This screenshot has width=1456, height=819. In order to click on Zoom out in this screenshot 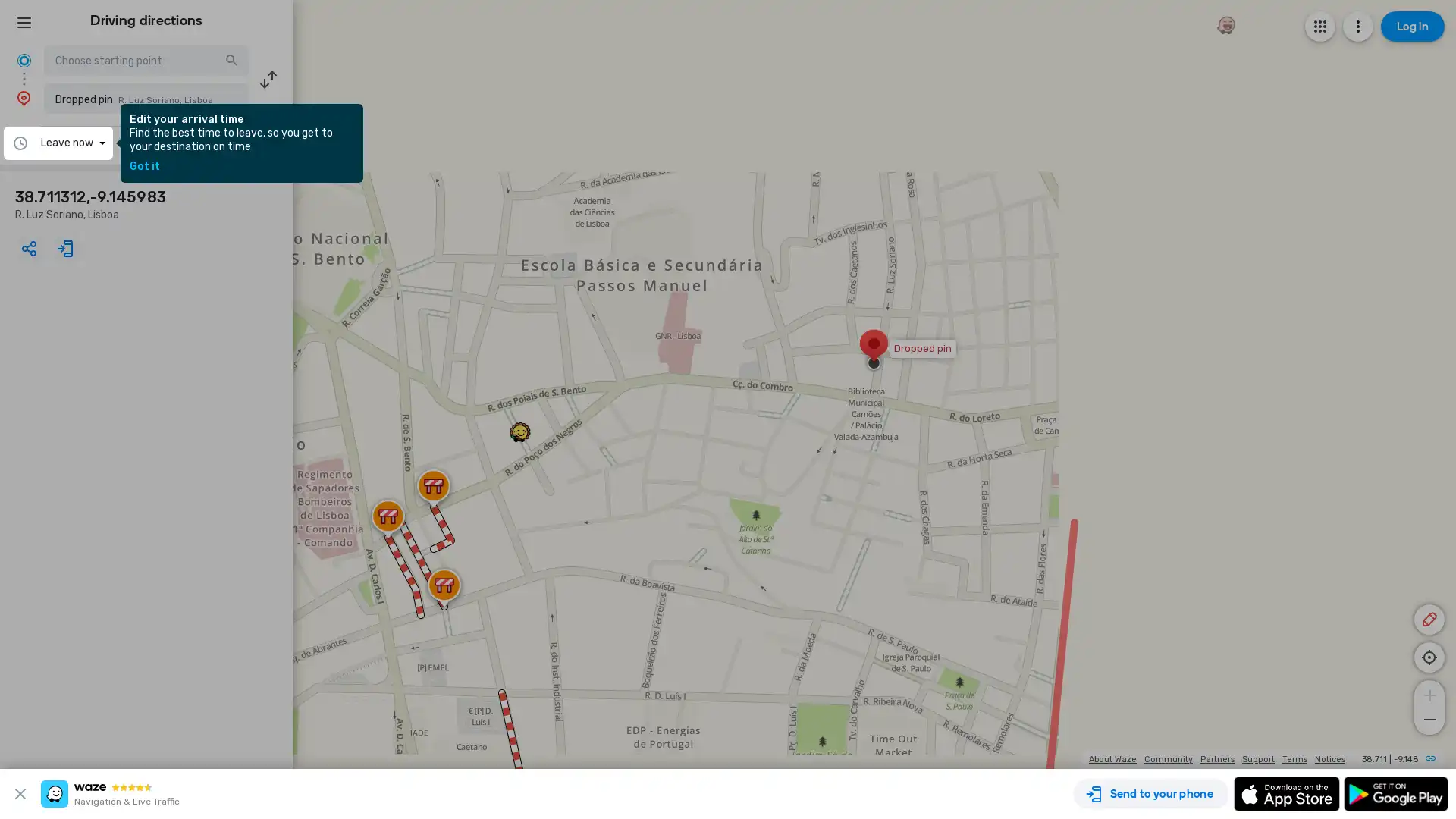, I will do `click(1429, 720)`.